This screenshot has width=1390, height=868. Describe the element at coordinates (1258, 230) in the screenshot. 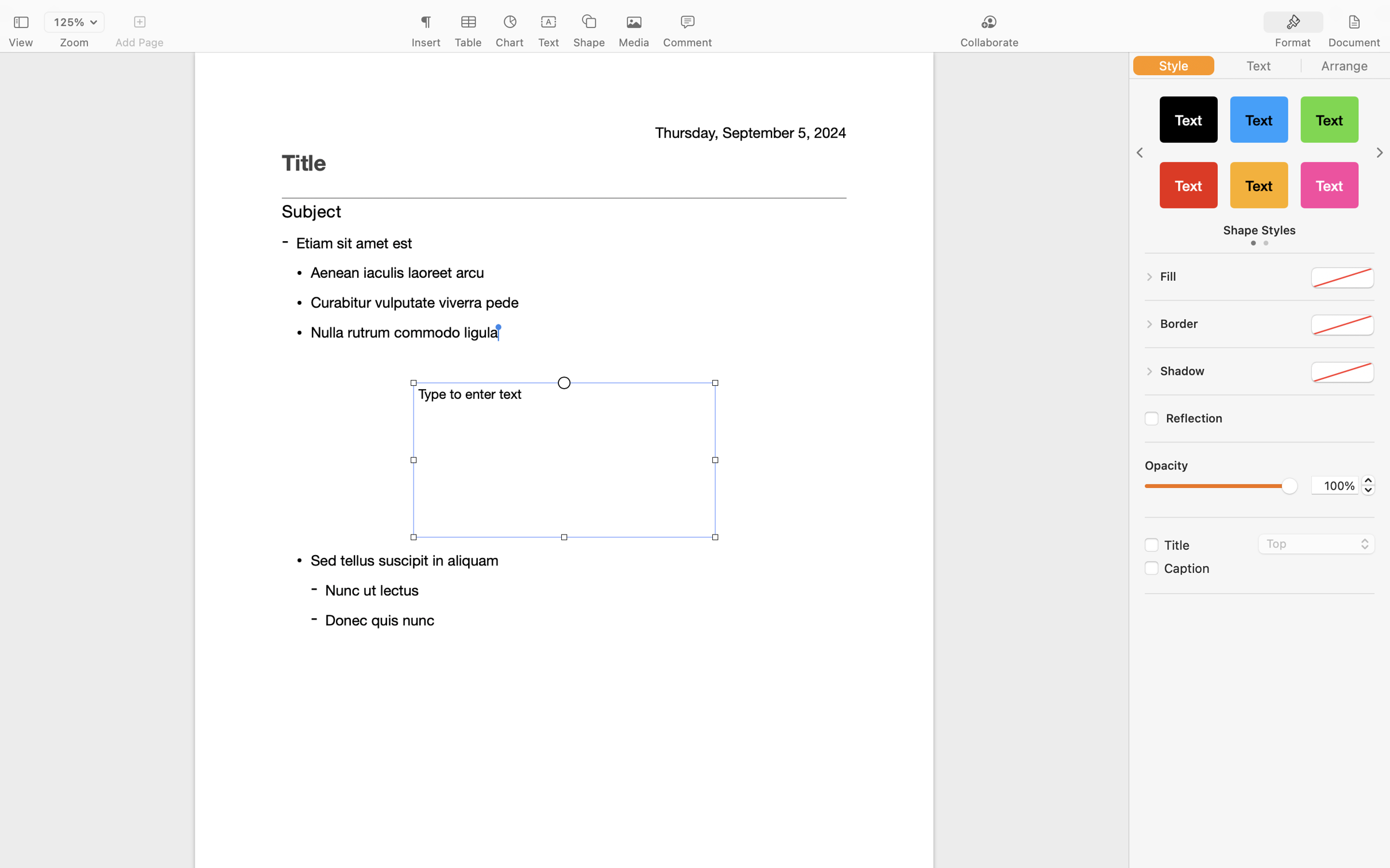

I see `'Shape Styles'` at that location.